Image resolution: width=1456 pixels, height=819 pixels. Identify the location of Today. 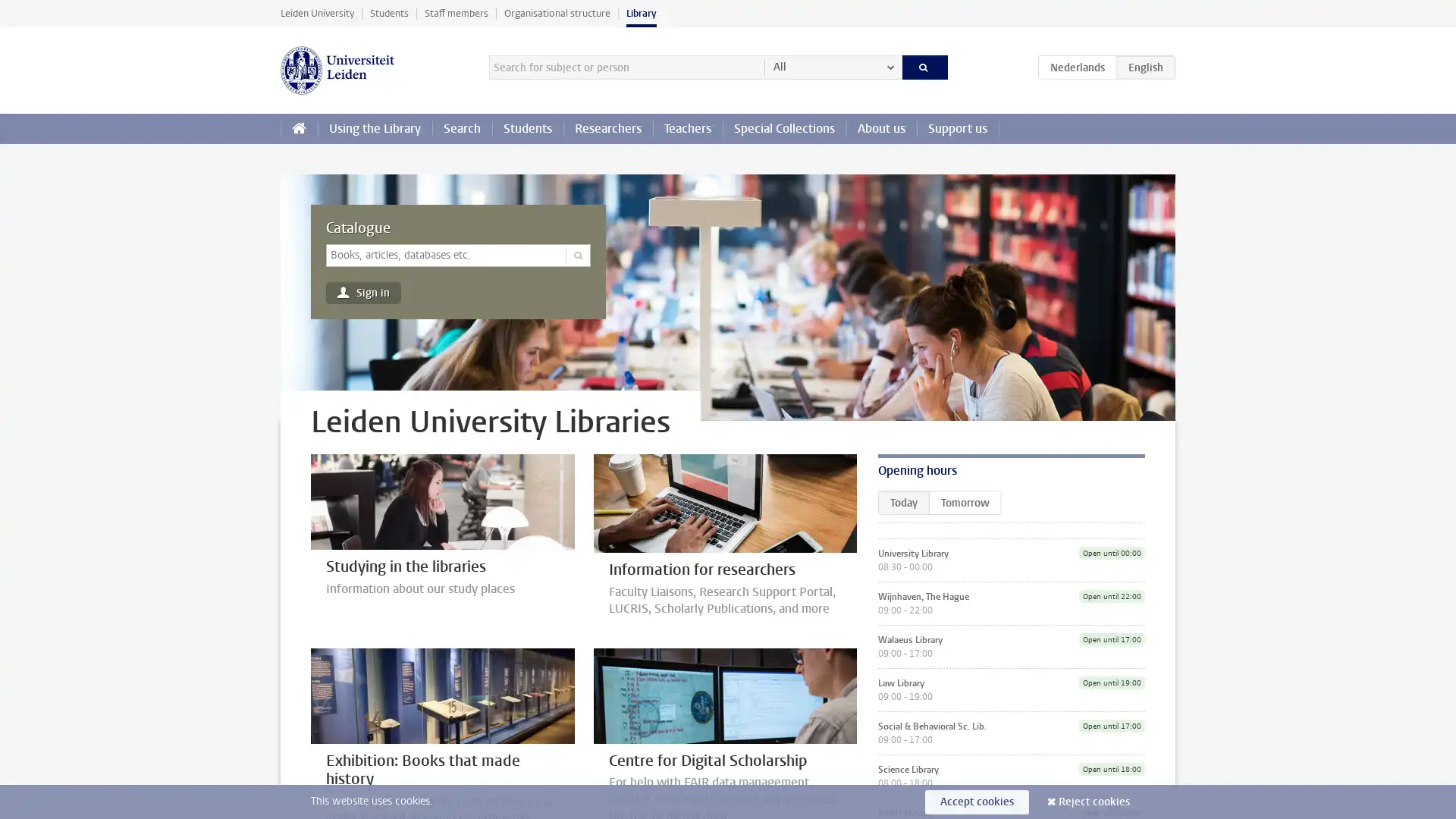
(903, 503).